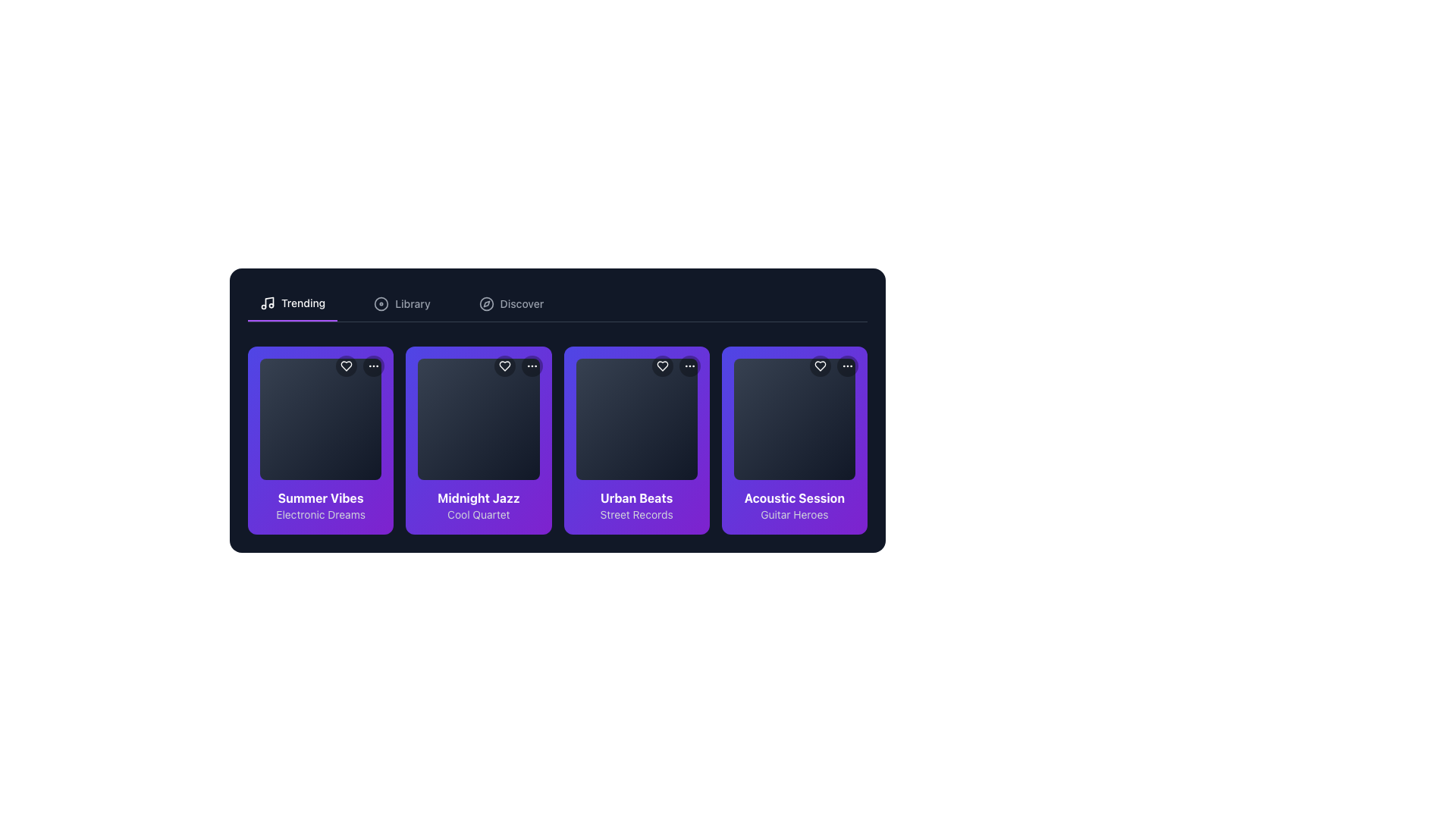  What do you see at coordinates (346, 366) in the screenshot?
I see `the rounded button with a heart icon in the top-right corner of the 'Summer Vibes' card` at bounding box center [346, 366].